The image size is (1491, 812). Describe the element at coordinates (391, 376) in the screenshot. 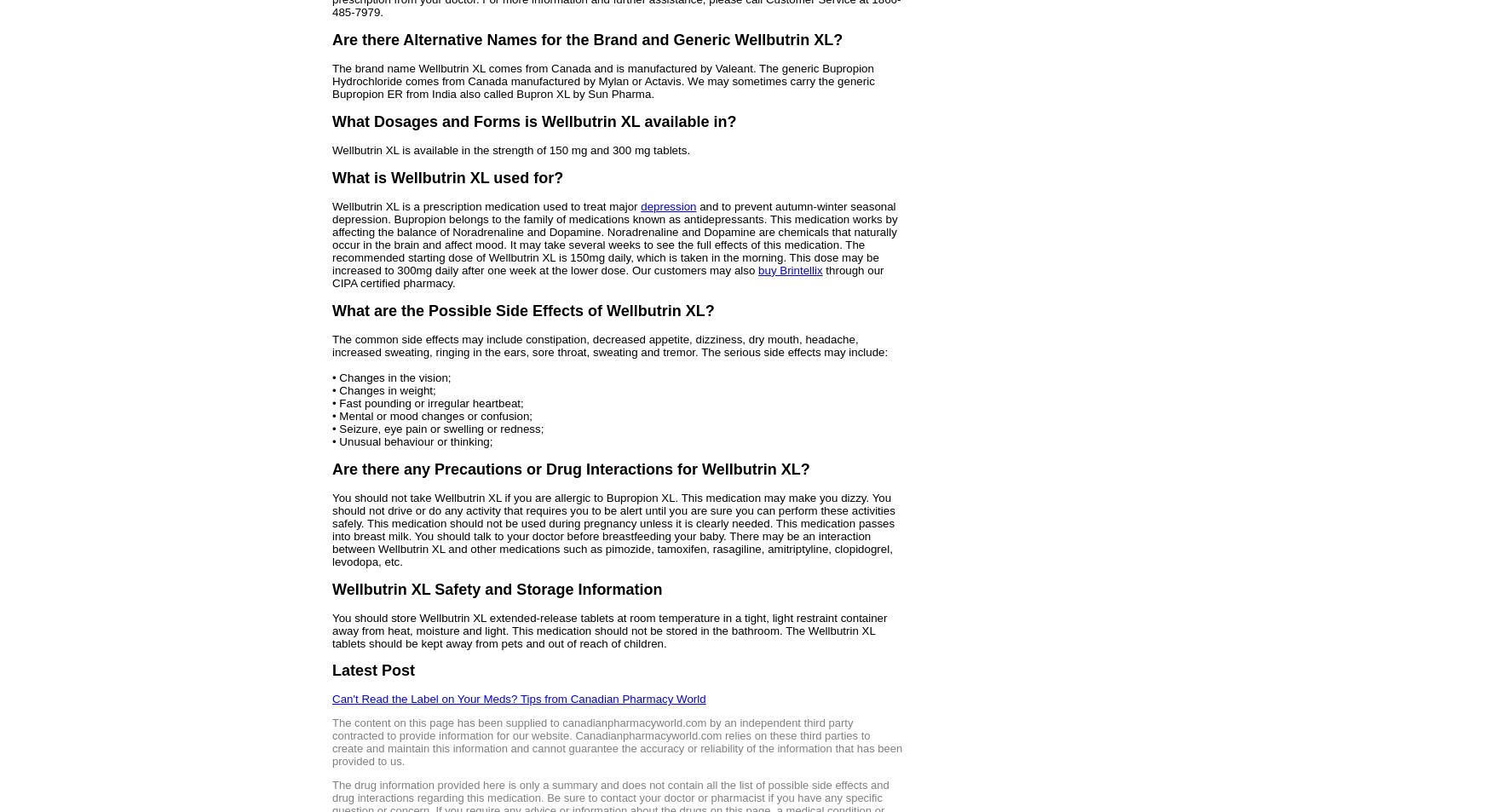

I see `'•	Changes in the vision;'` at that location.